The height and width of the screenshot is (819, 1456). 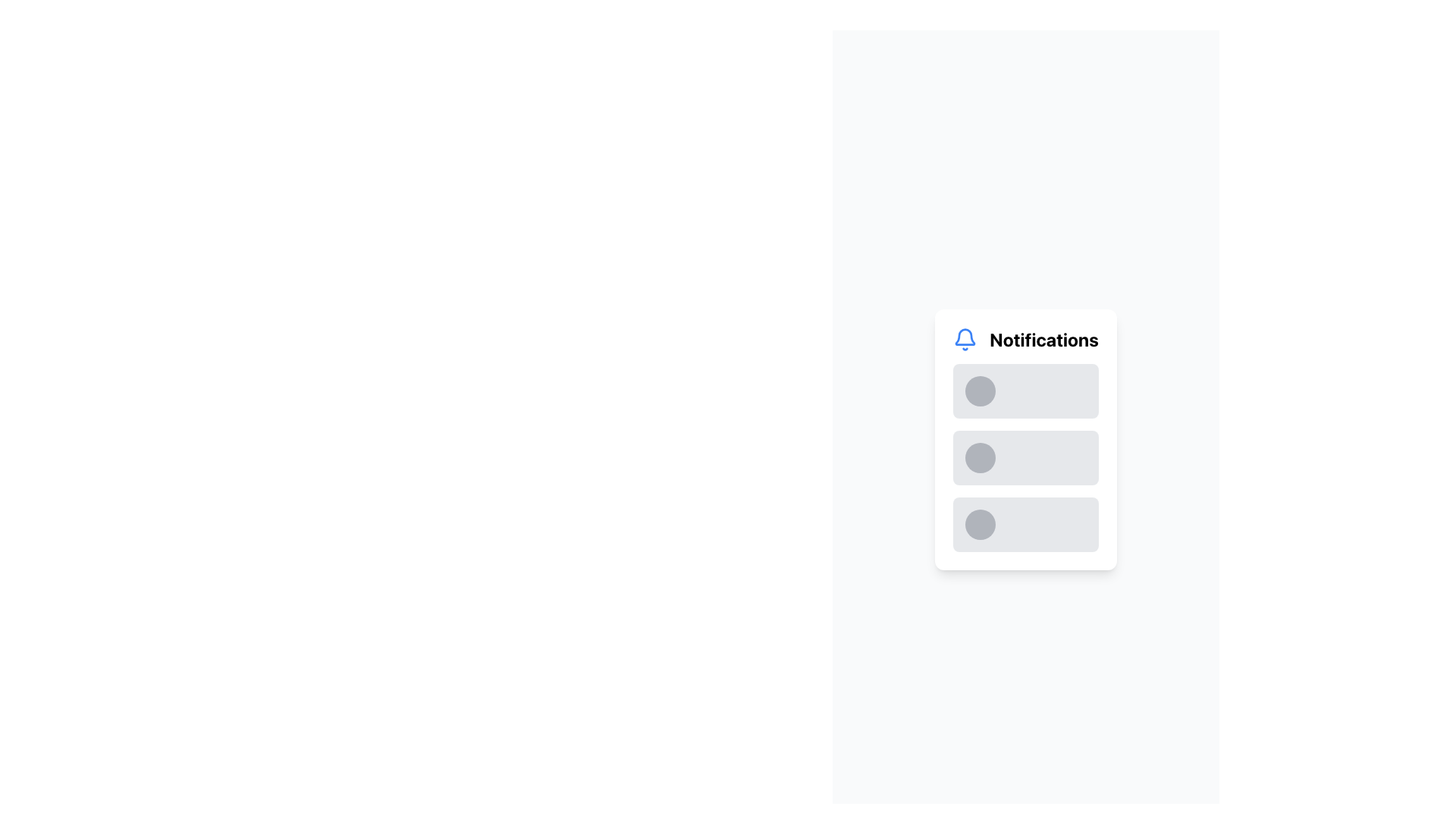 What do you see at coordinates (1026, 391) in the screenshot?
I see `the first Placeholder card in the notifications panel, which is a rectangular card with a gray background and rounded borders, located under the 'Notifications' title` at bounding box center [1026, 391].